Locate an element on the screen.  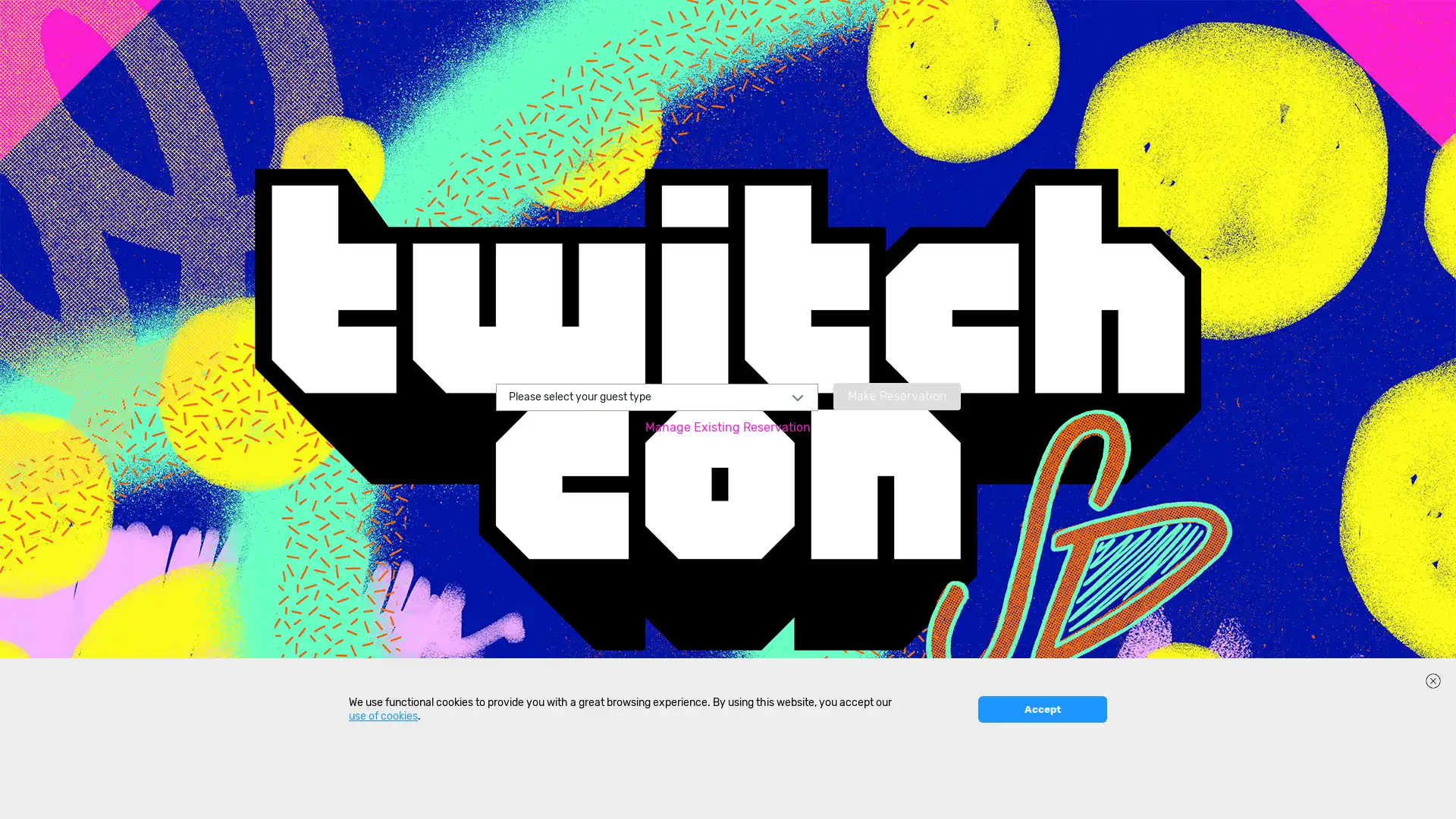
Accept is located at coordinates (1041, 796).